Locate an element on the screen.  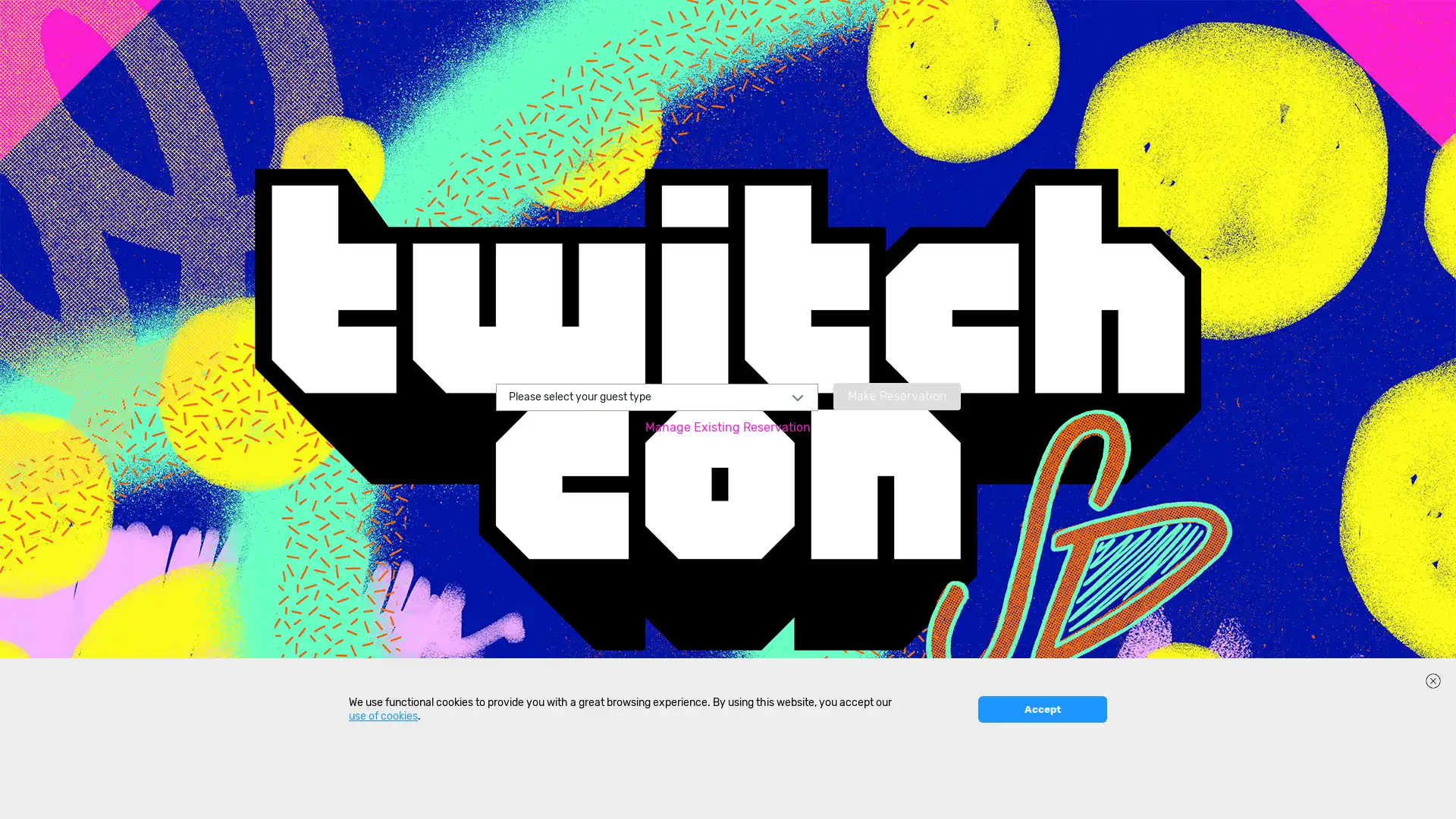
Accept is located at coordinates (1041, 796).